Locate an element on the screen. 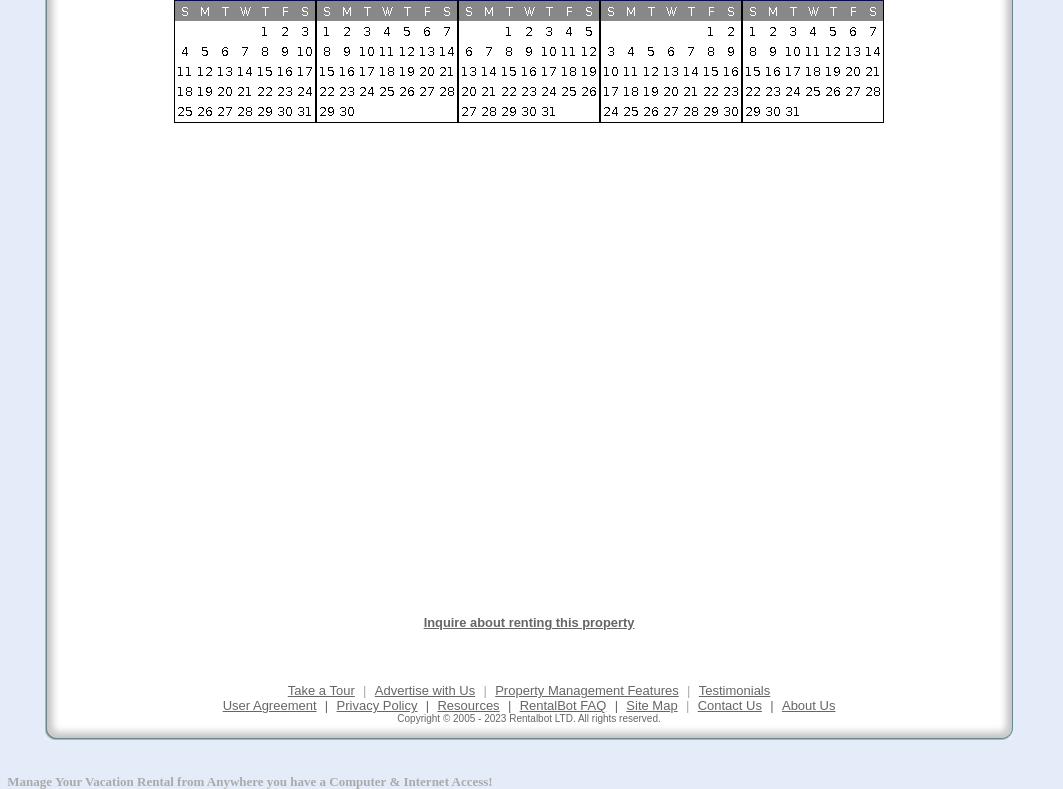  'RentalBot FAQ' is located at coordinates (561, 704).